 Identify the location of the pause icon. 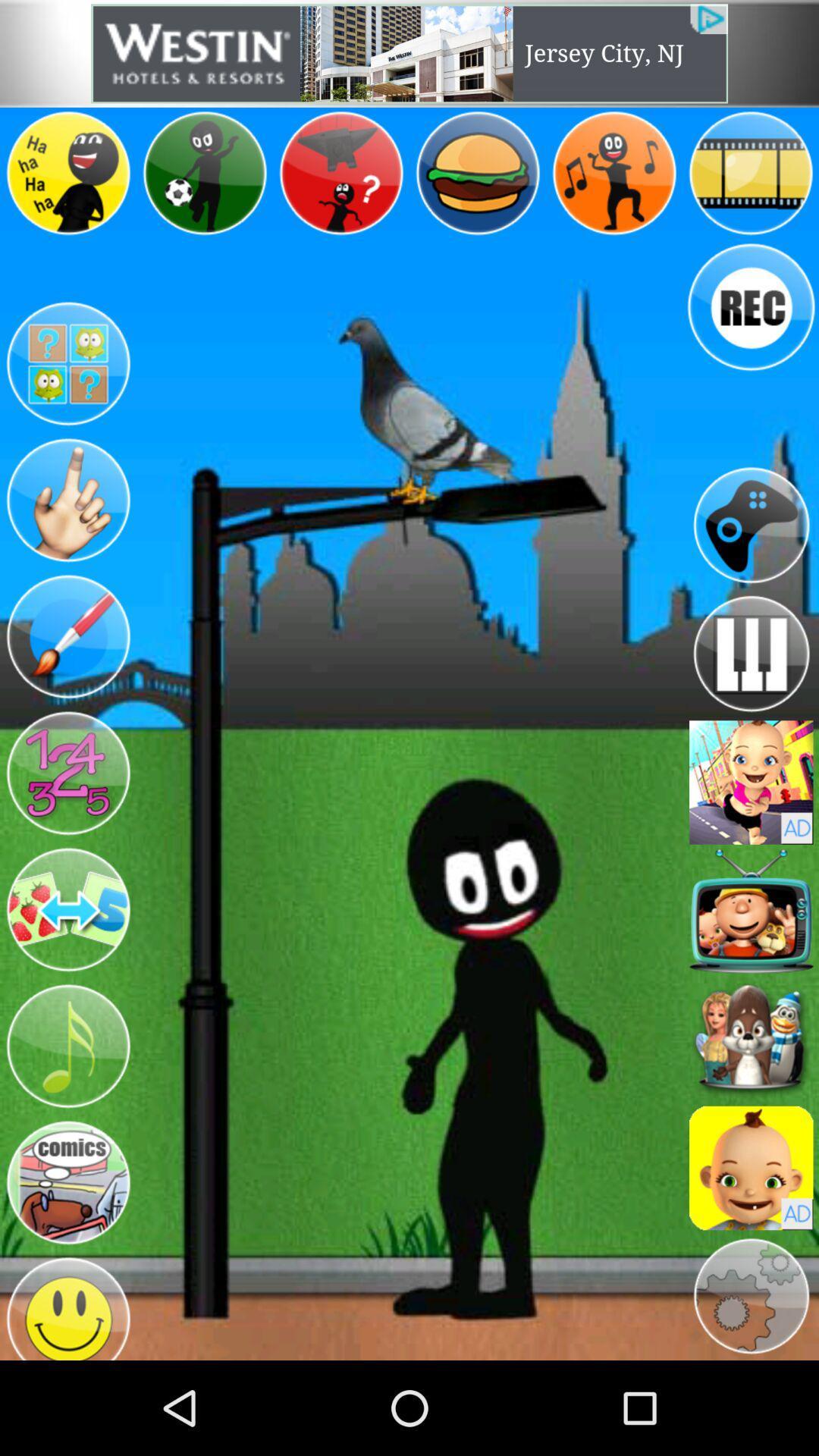
(751, 699).